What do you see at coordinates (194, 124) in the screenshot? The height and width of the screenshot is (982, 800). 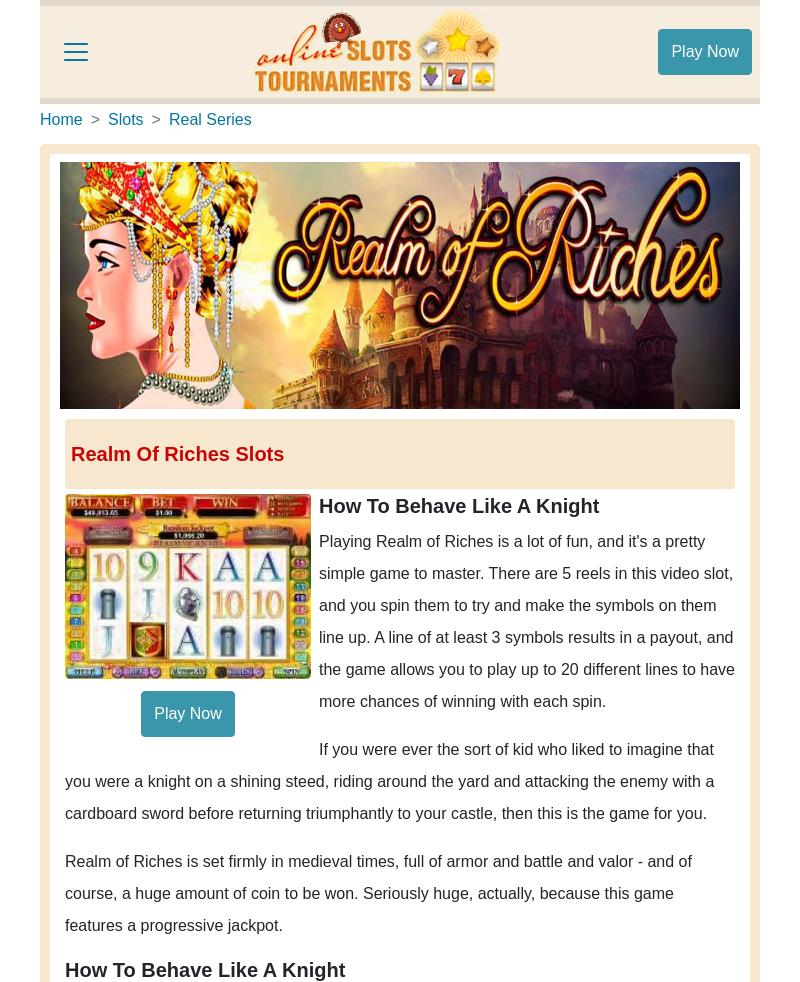 I see `'Sector 777 Casino Sister Sites'` at bounding box center [194, 124].